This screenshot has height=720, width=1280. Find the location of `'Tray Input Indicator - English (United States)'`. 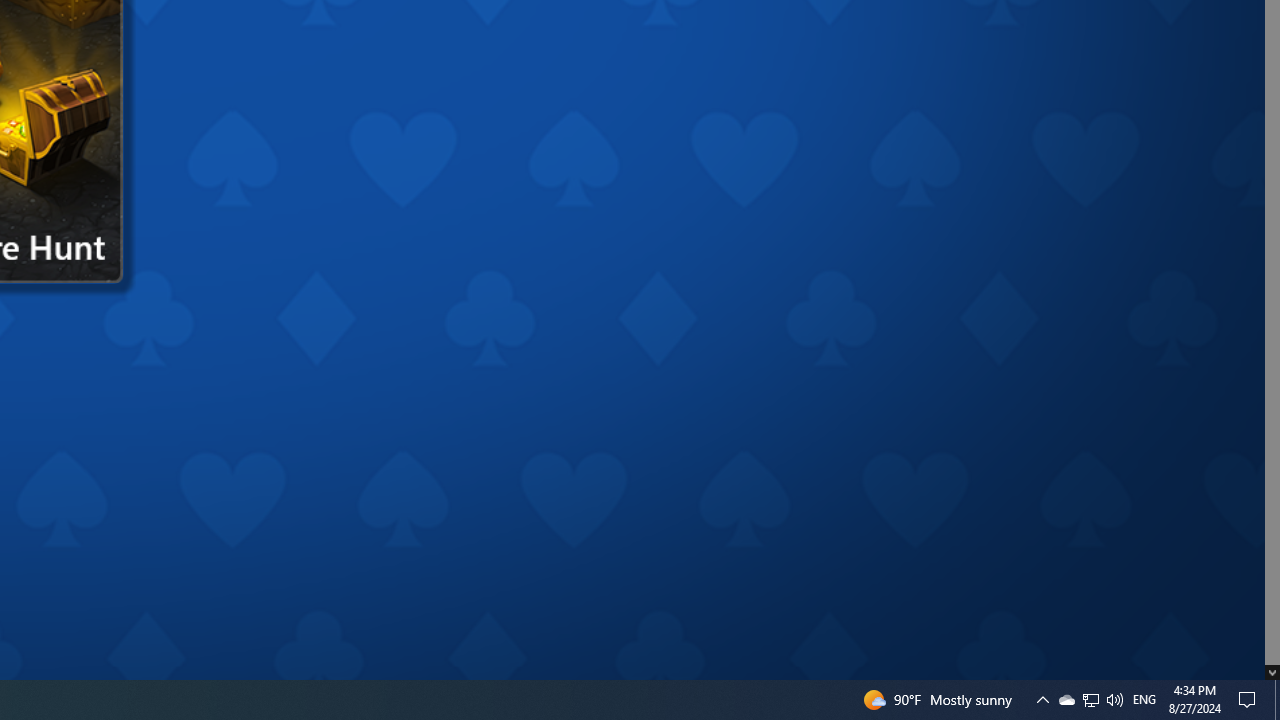

'Tray Input Indicator - English (United States)' is located at coordinates (1144, 698).